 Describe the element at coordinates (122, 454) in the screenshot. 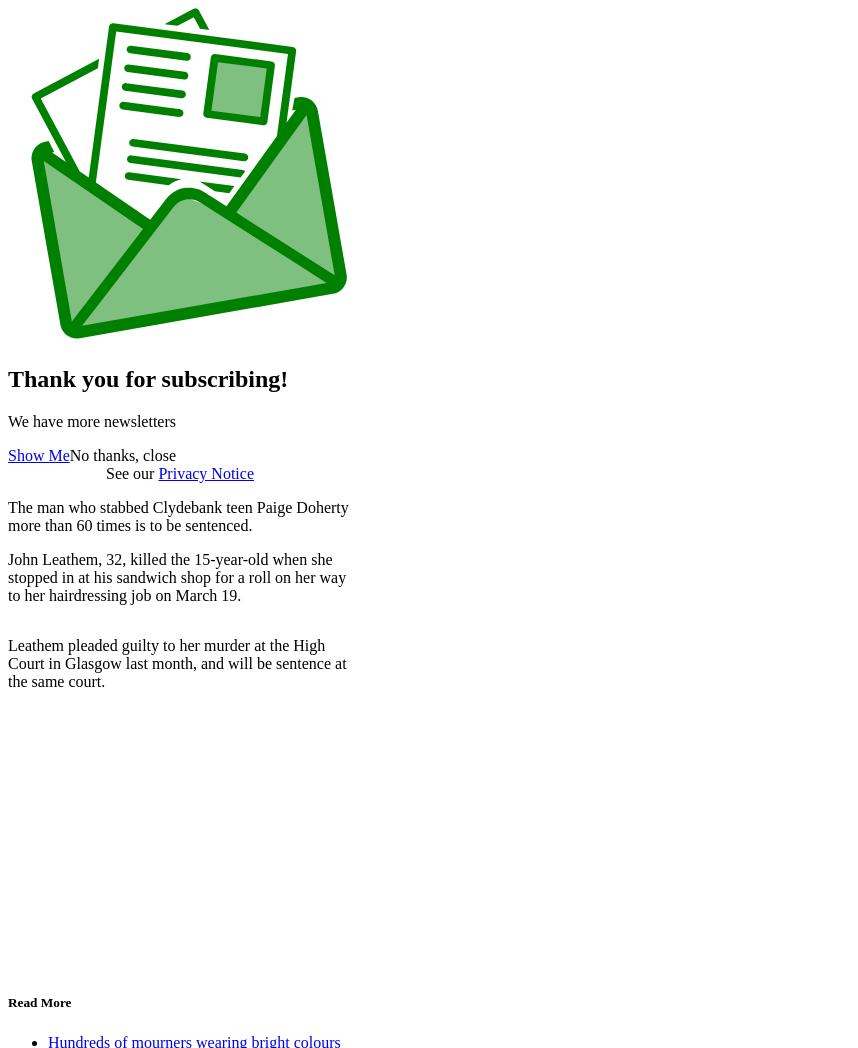

I see `'No thanks, close'` at that location.